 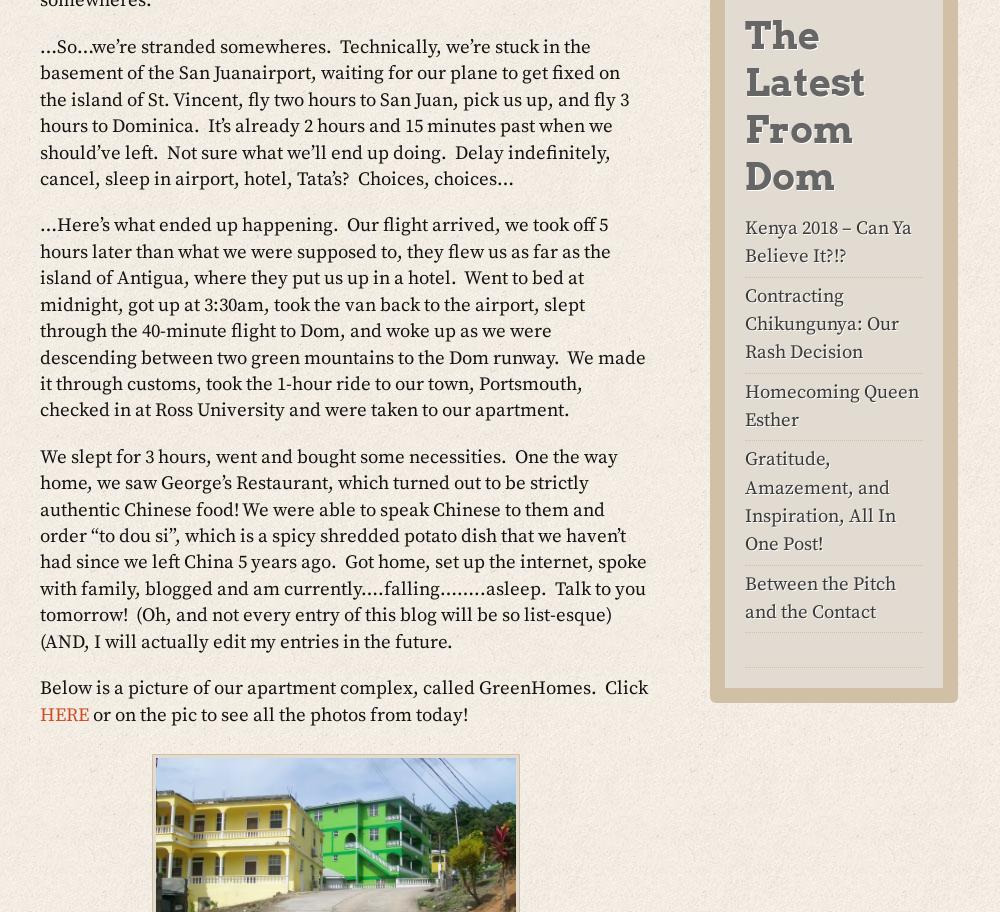 What do you see at coordinates (819, 500) in the screenshot?
I see `'Gratitude, Amazement, and Inspiration, All In One Post!'` at bounding box center [819, 500].